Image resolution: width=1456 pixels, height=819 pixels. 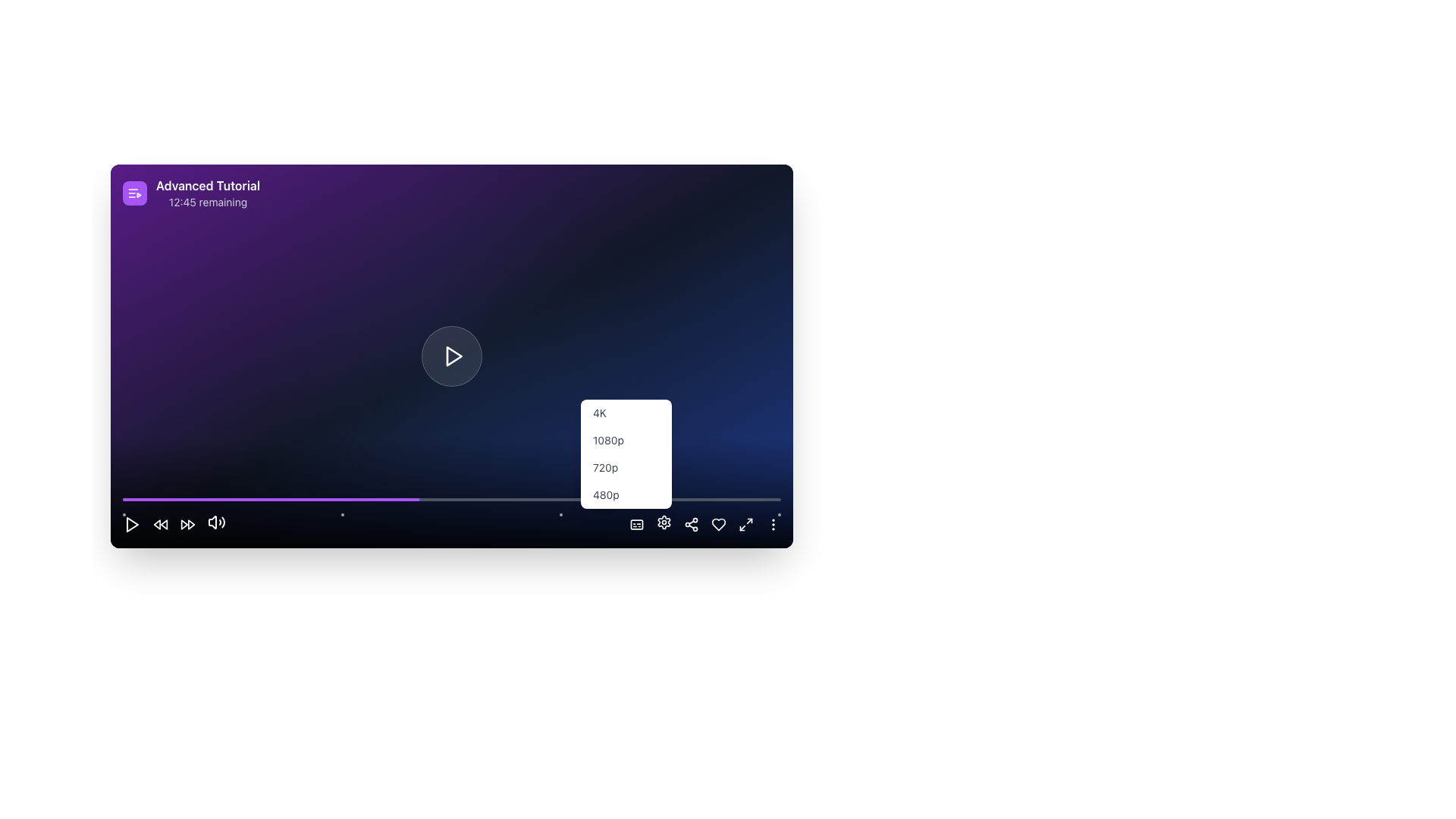 What do you see at coordinates (207, 192) in the screenshot?
I see `the static text block displaying 'Advanced Tutorial' and '12:45 remaining', located in the upper-left corner of the interface` at bounding box center [207, 192].